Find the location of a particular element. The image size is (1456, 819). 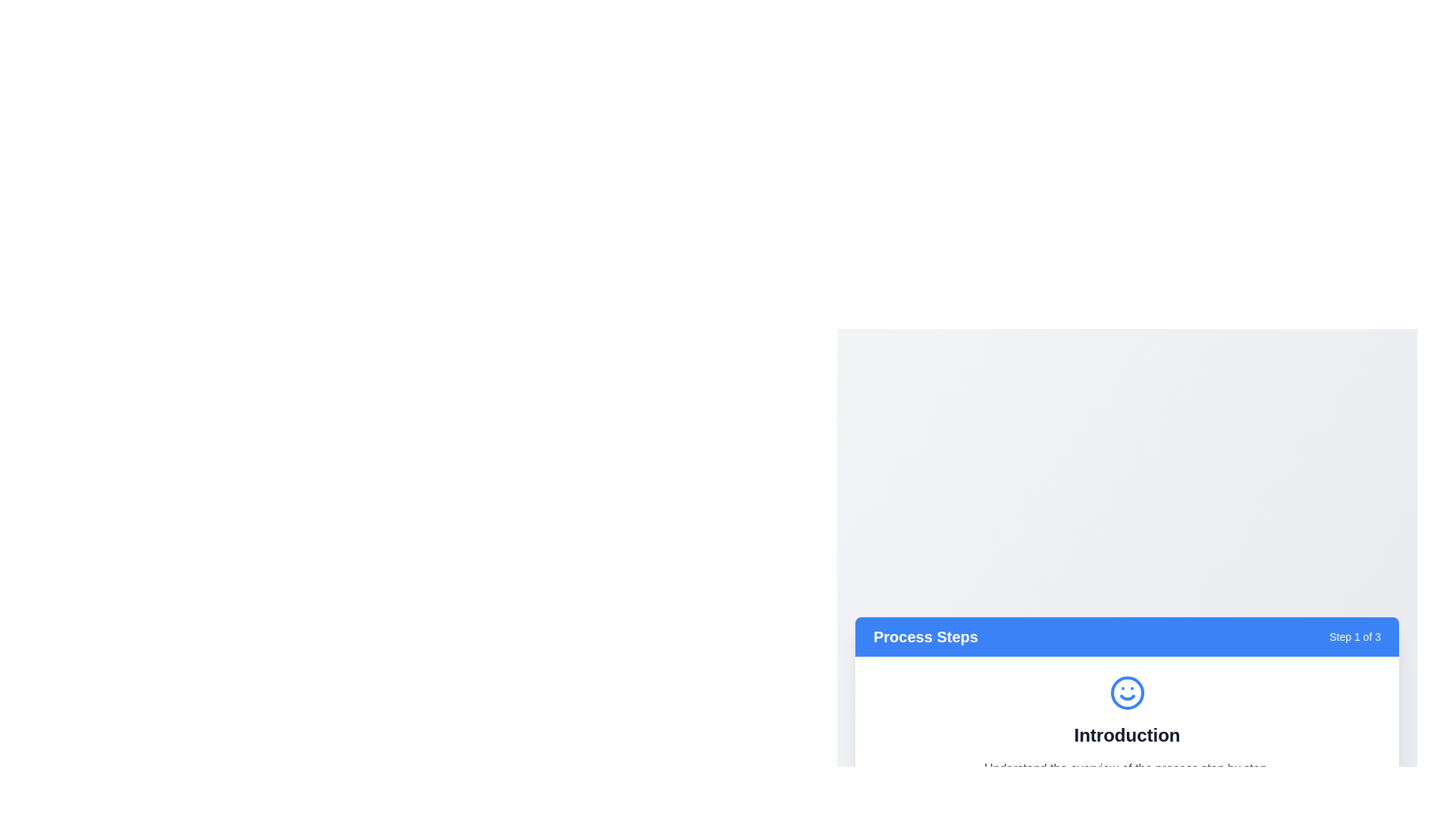

text of the 'Process Steps' label, which is displayed in bold on a blue rectangular background at the top of the section is located at coordinates (924, 636).